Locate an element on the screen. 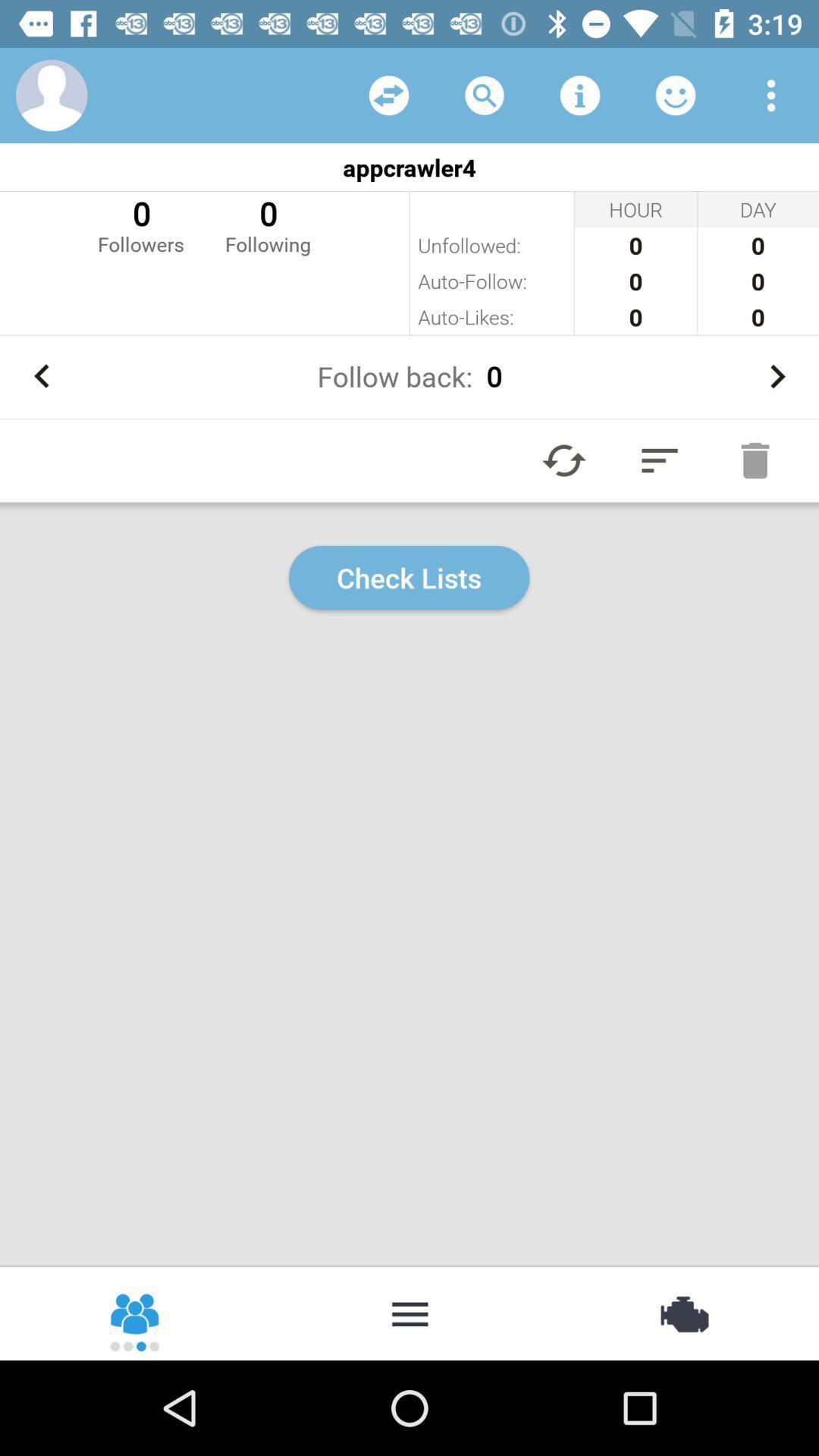  delete the list is located at coordinates (755, 460).